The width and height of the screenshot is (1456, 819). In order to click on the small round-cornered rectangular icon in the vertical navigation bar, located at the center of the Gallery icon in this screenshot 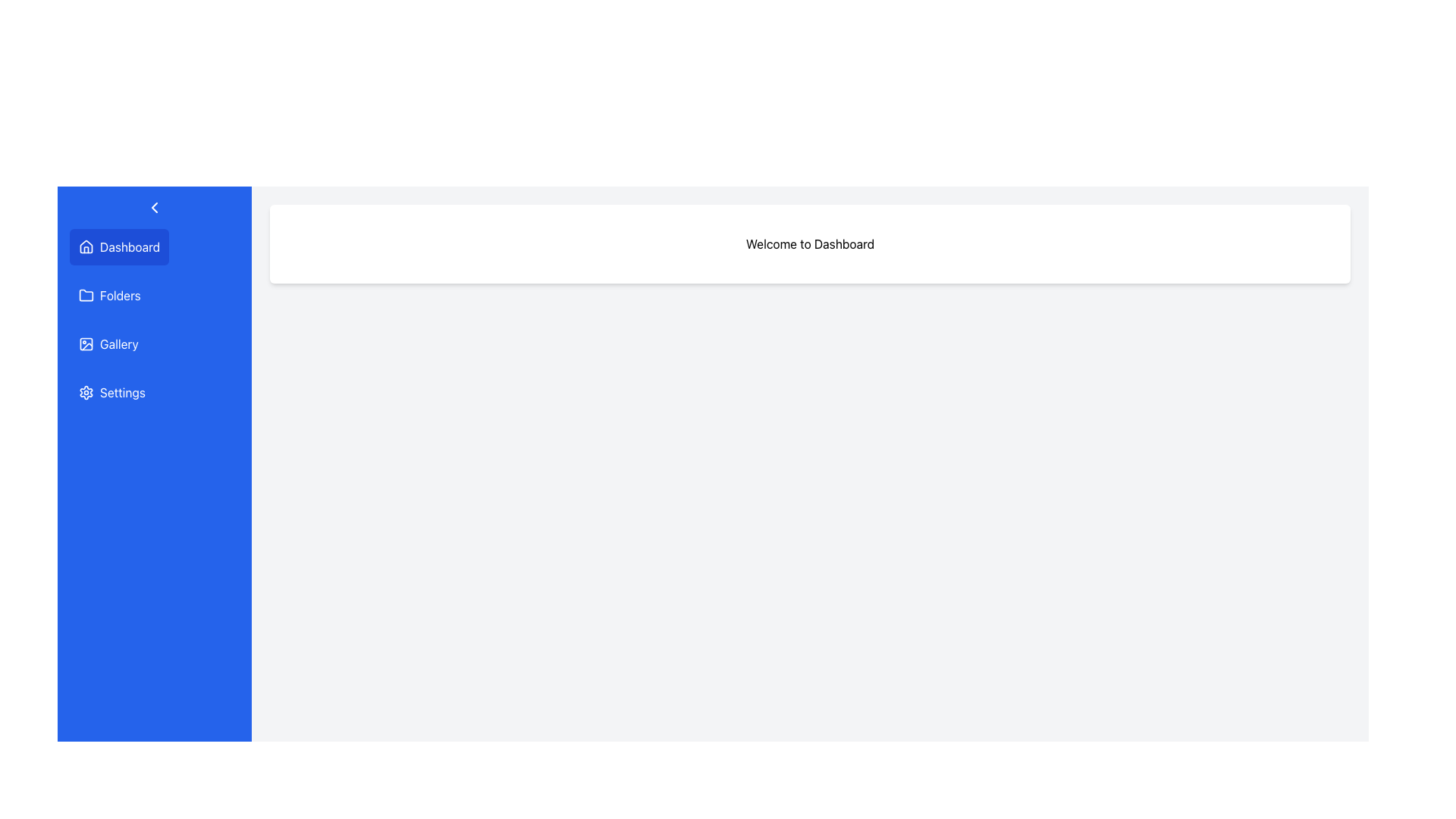, I will do `click(86, 344)`.